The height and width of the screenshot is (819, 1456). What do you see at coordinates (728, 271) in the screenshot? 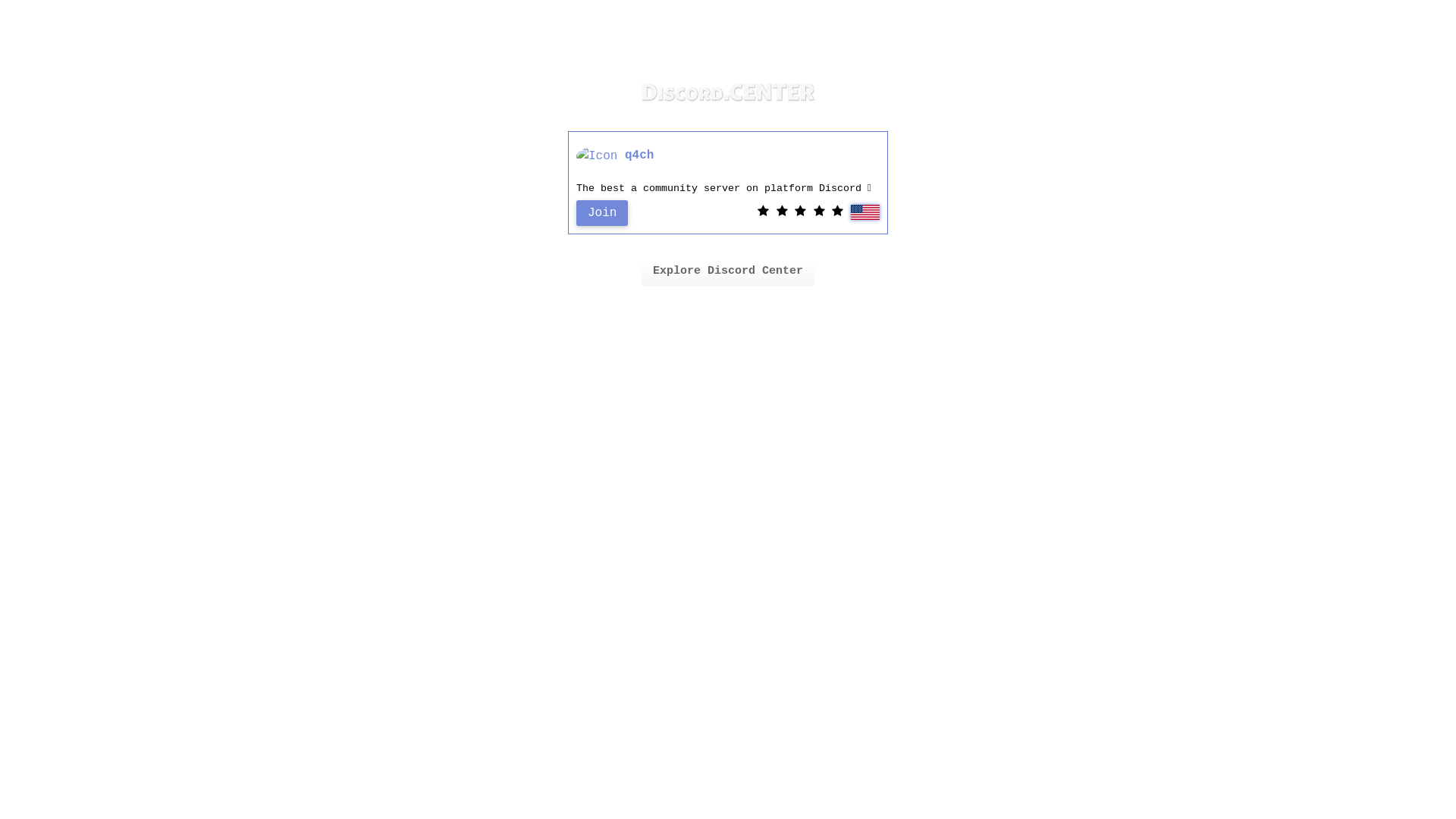
I see `'Explore Discord Center'` at bounding box center [728, 271].